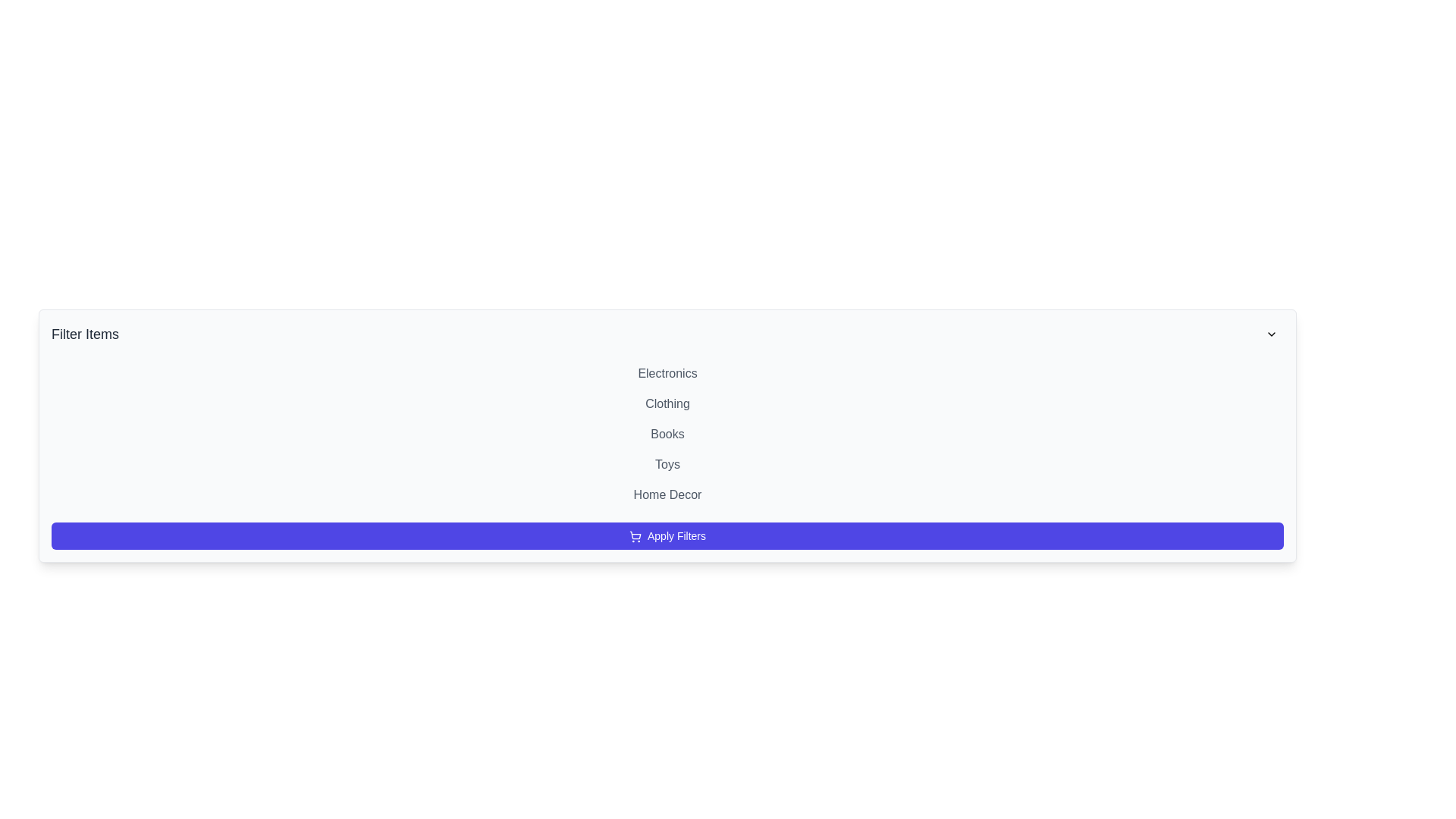 The height and width of the screenshot is (819, 1456). I want to click on the 'Books' text label in the filter menu, so click(667, 435).